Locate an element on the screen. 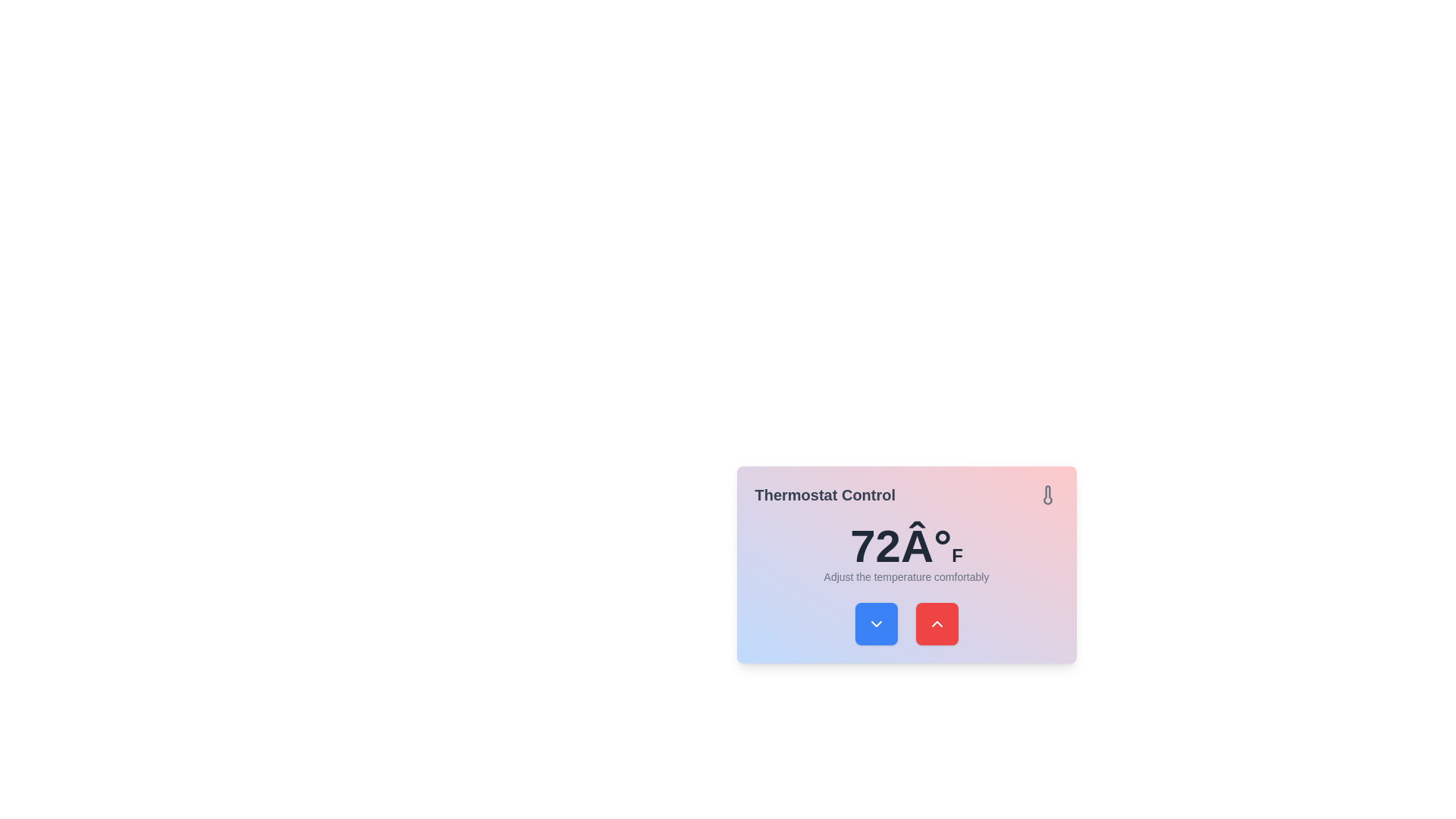  the blue square button icon that decreases the temperature setting, located directly below the central temperature display on the thermostat control interface is located at coordinates (876, 623).